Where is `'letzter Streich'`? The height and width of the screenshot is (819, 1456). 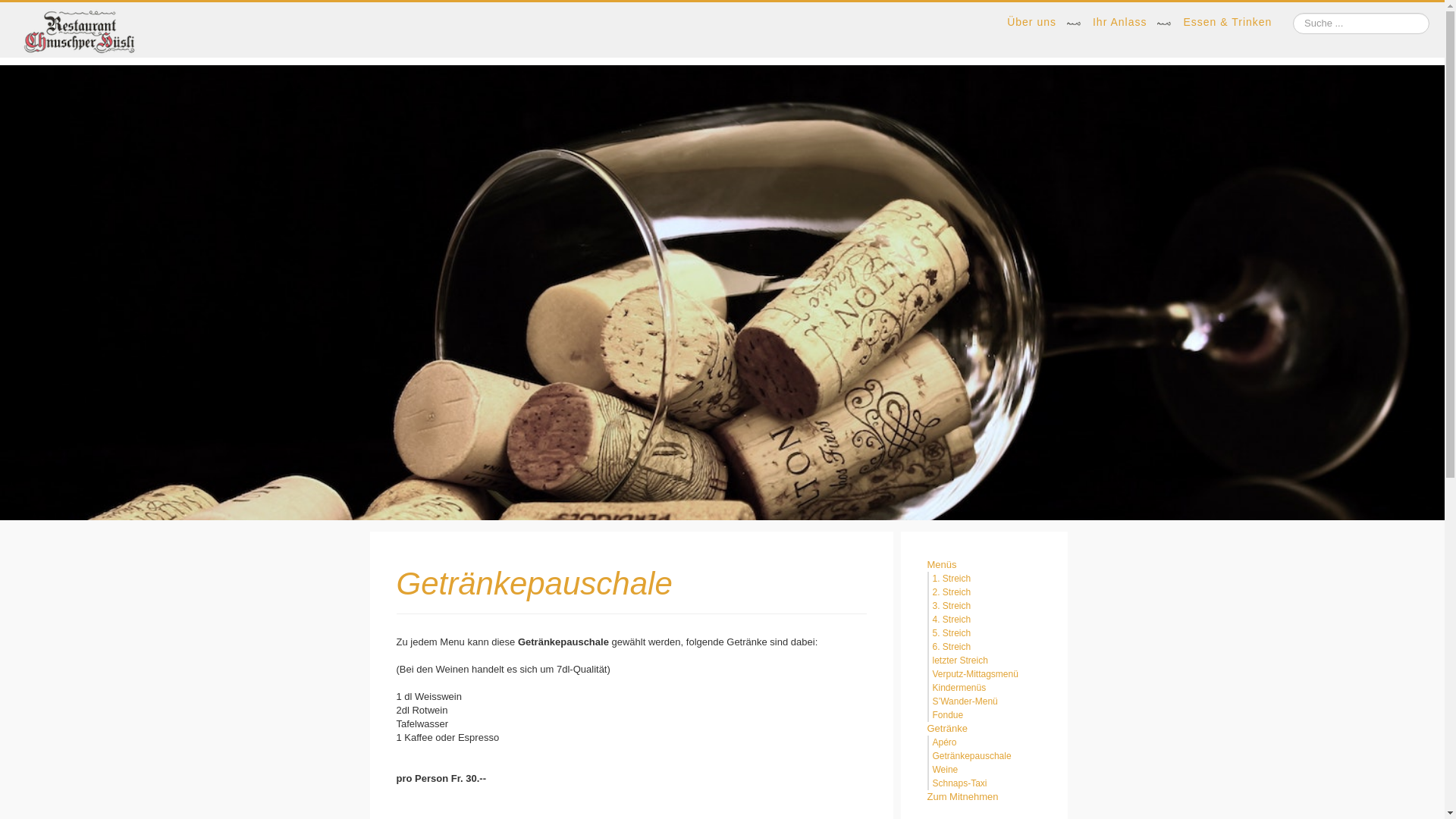
'letzter Streich' is located at coordinates (959, 660).